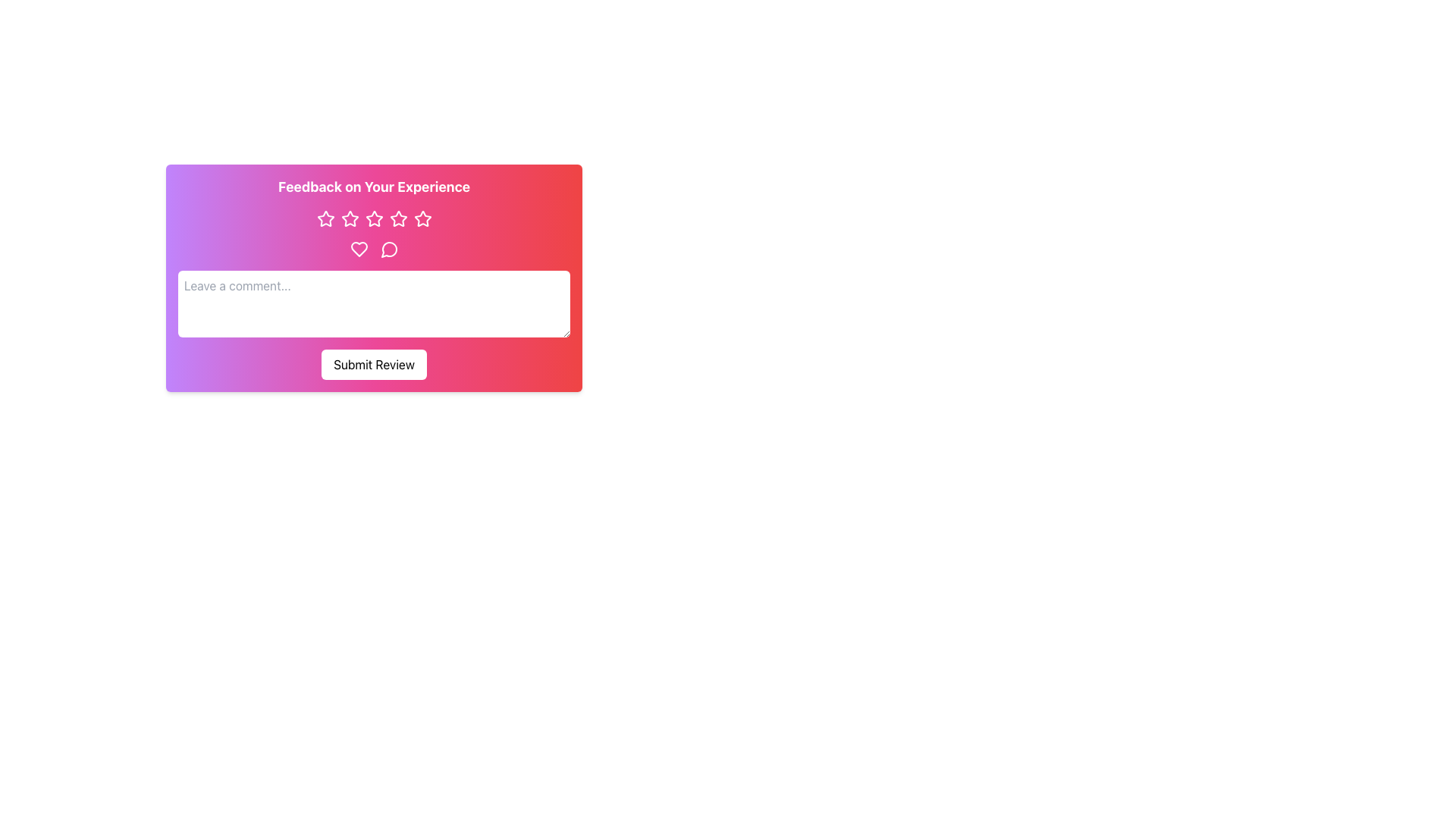 This screenshot has height=819, width=1456. What do you see at coordinates (358, 248) in the screenshot?
I see `the heart-shaped icon located centrally among feedback icons, specifically the third element in the row, to provide feedback` at bounding box center [358, 248].